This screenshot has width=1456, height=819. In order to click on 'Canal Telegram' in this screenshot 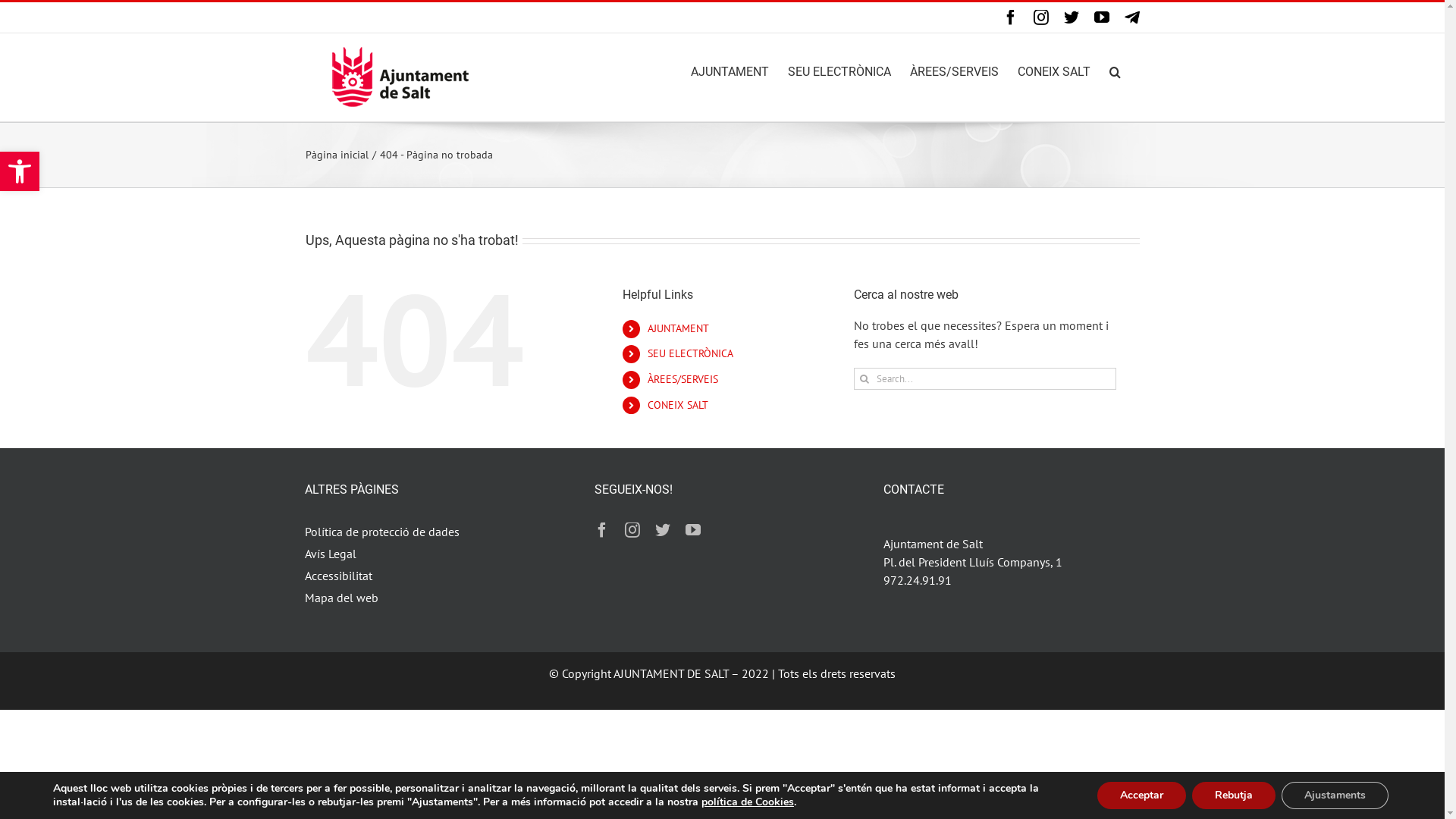, I will do `click(1131, 17)`.